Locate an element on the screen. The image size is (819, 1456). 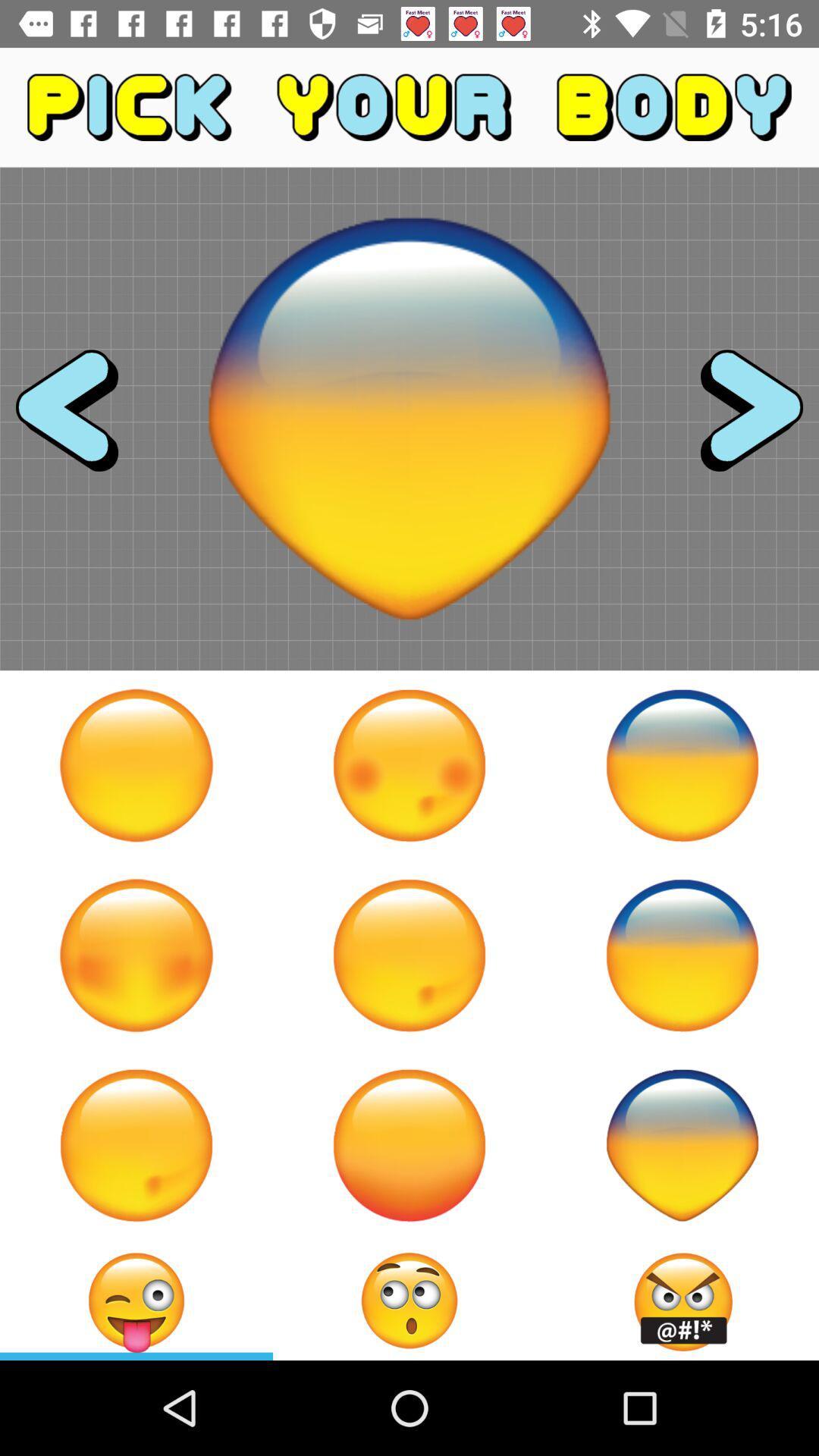
scroll to the left is located at coordinates (80, 419).